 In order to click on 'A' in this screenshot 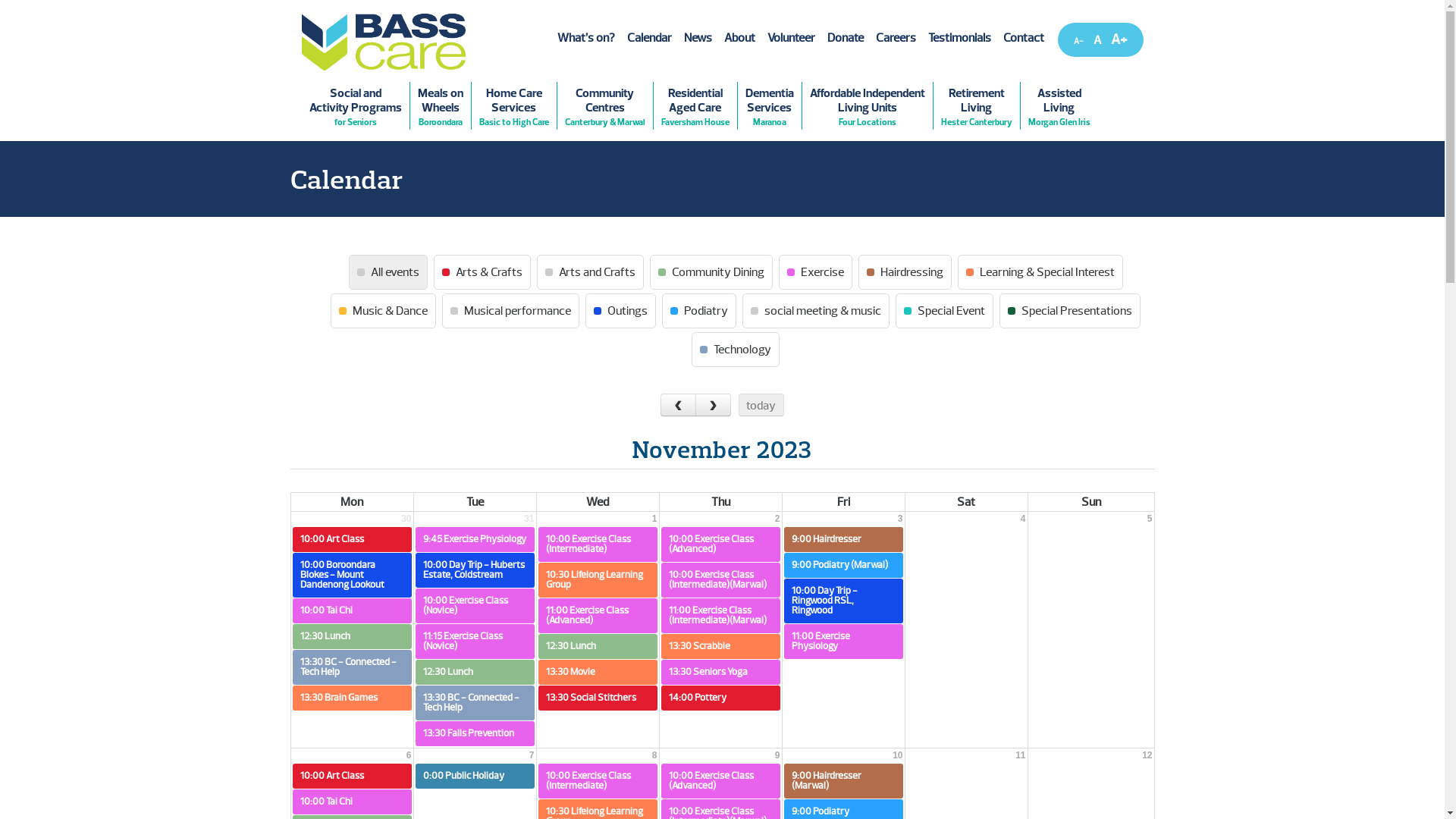, I will do `click(1096, 39)`.